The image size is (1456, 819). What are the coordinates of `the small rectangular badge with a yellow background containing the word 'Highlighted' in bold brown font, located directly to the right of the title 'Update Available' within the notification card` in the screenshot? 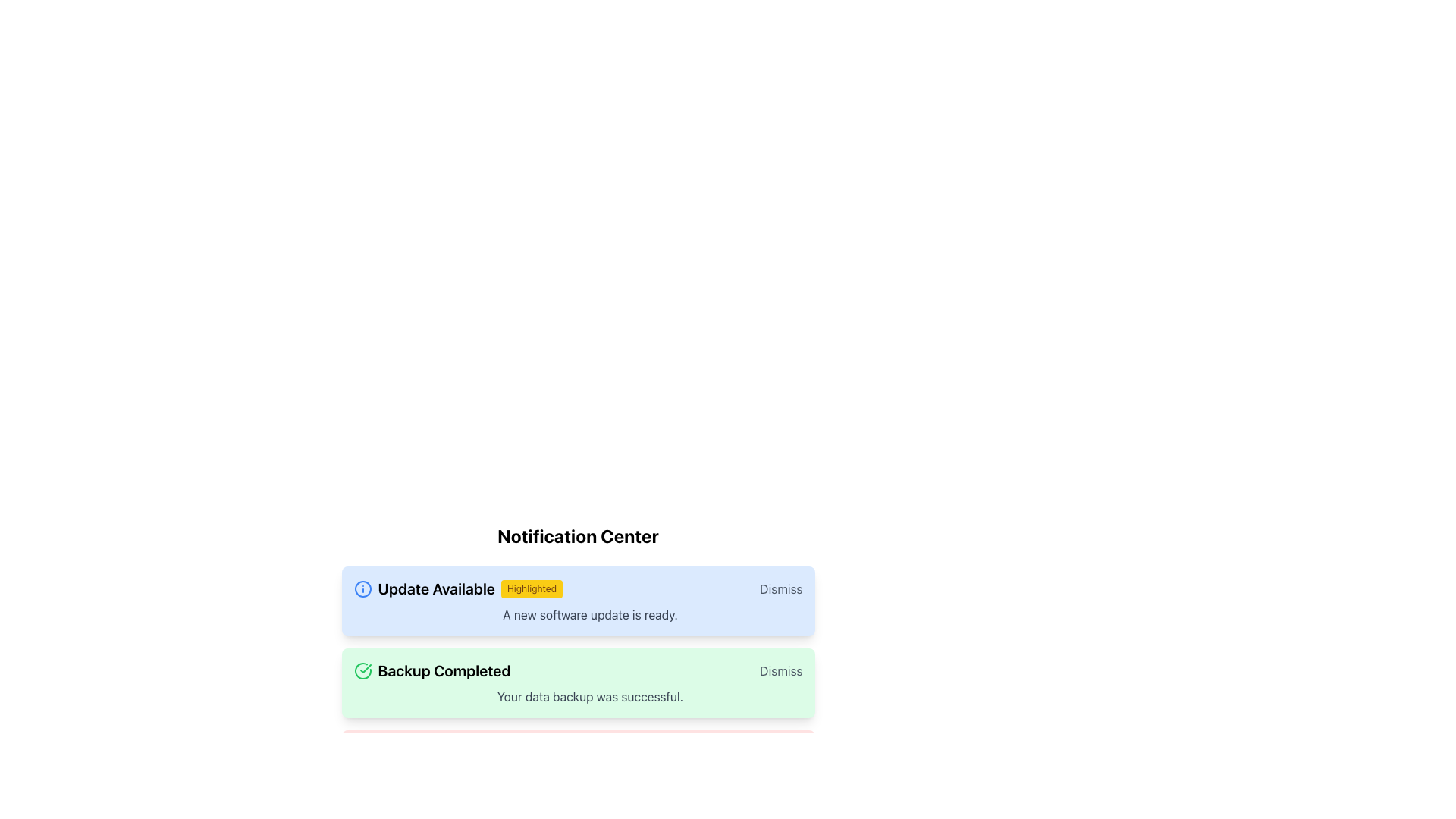 It's located at (532, 588).